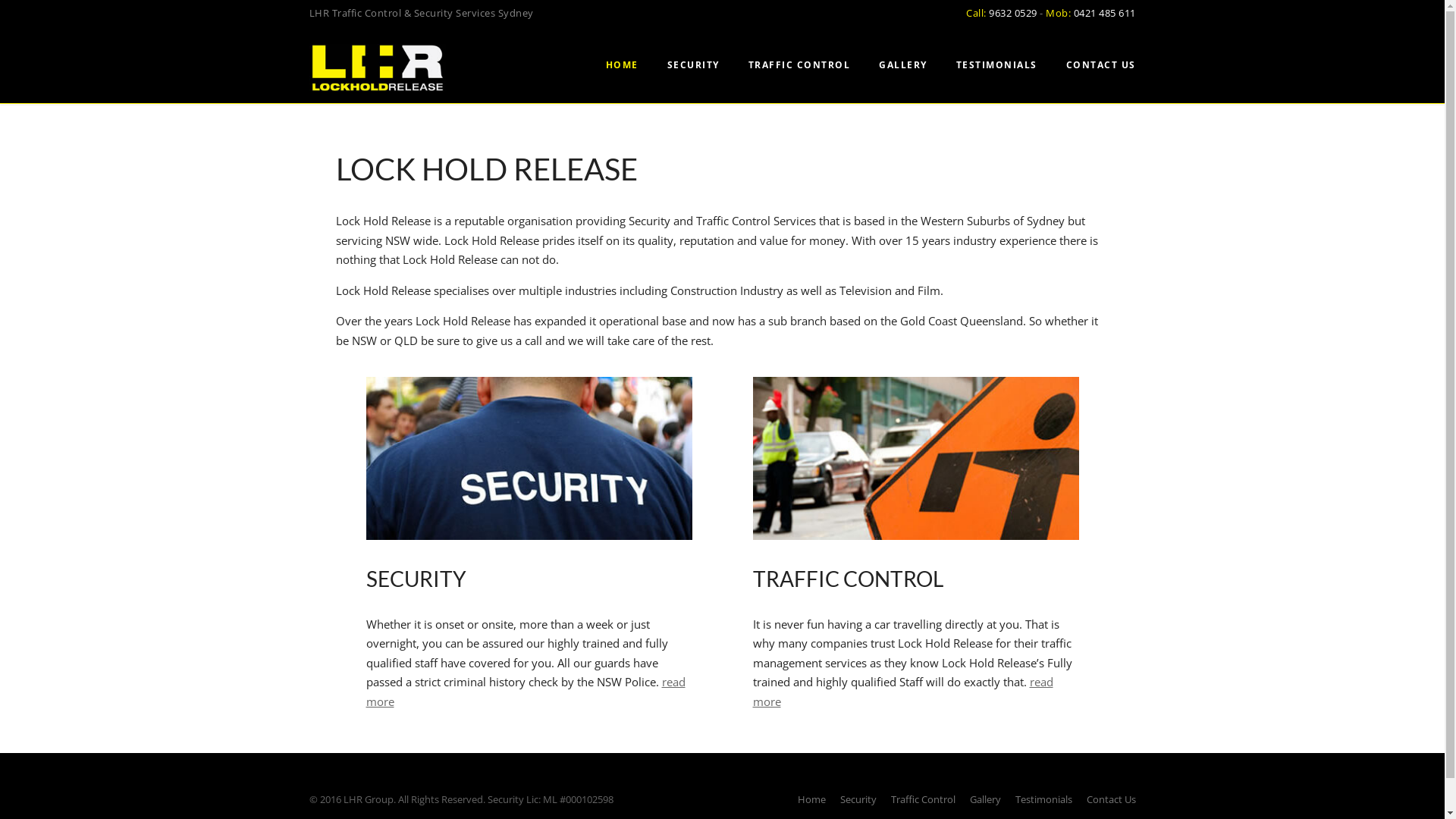  Describe the element at coordinates (1110, 798) in the screenshot. I see `'Contact Us'` at that location.